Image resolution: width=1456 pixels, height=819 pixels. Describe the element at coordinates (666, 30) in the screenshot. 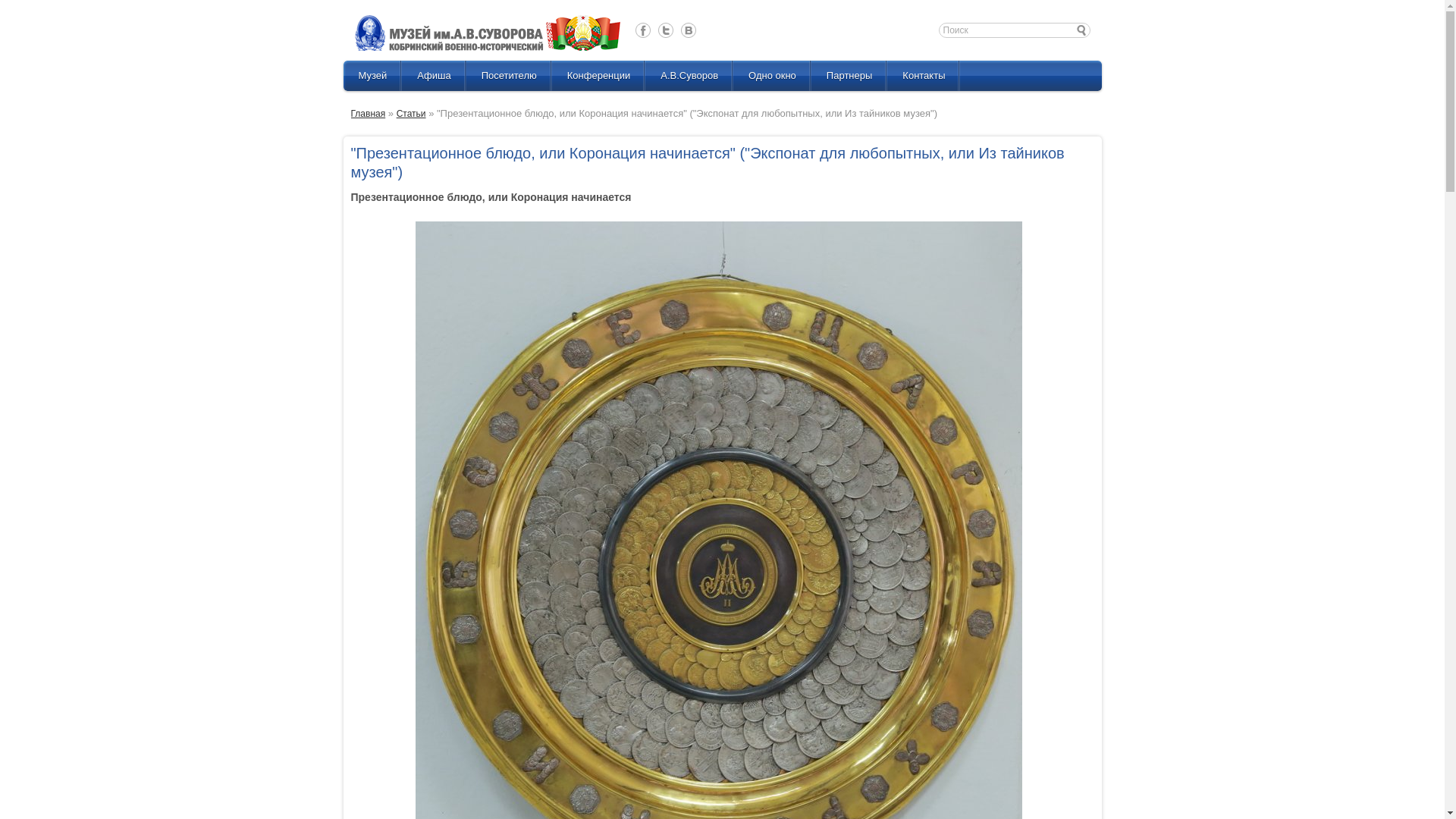

I see `'Twitter'` at that location.